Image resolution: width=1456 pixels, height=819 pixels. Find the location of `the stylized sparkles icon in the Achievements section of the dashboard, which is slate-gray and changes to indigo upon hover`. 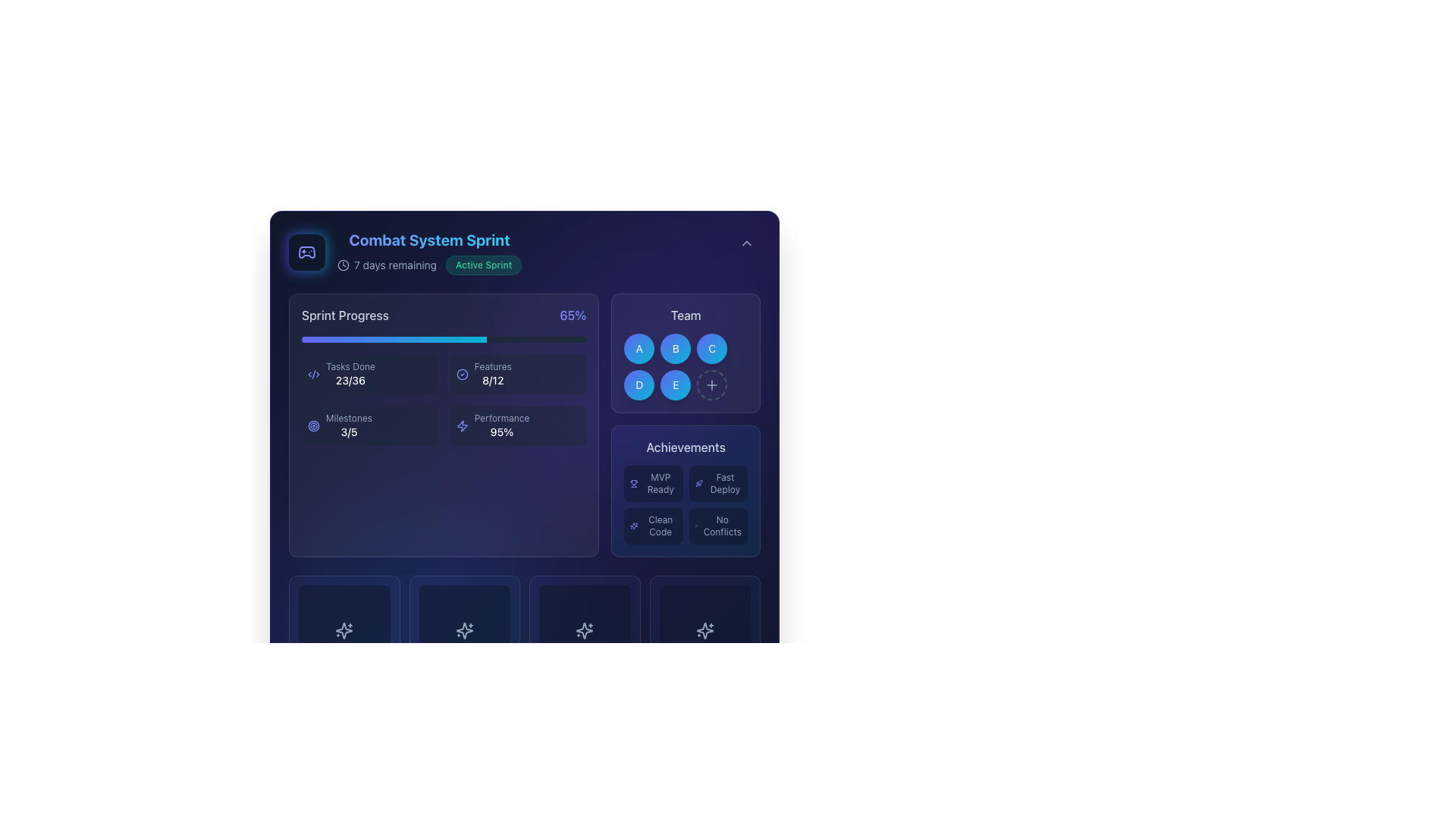

the stylized sparkles icon in the Achievements section of the dashboard, which is slate-gray and changes to indigo upon hover is located at coordinates (344, 631).